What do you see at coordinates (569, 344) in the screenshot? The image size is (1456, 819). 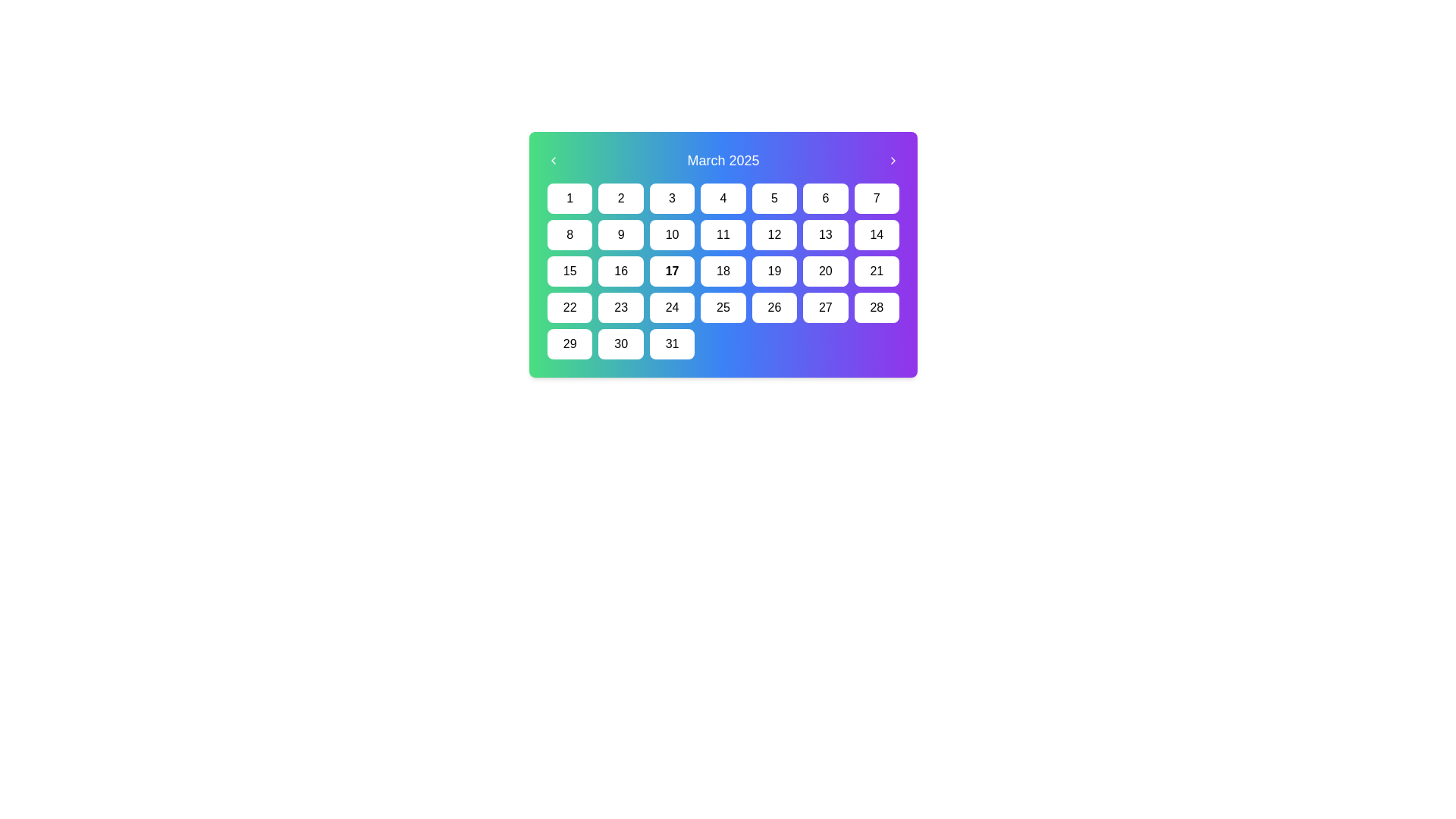 I see `the rectangular button labeled '29' with a white background and black text` at bounding box center [569, 344].